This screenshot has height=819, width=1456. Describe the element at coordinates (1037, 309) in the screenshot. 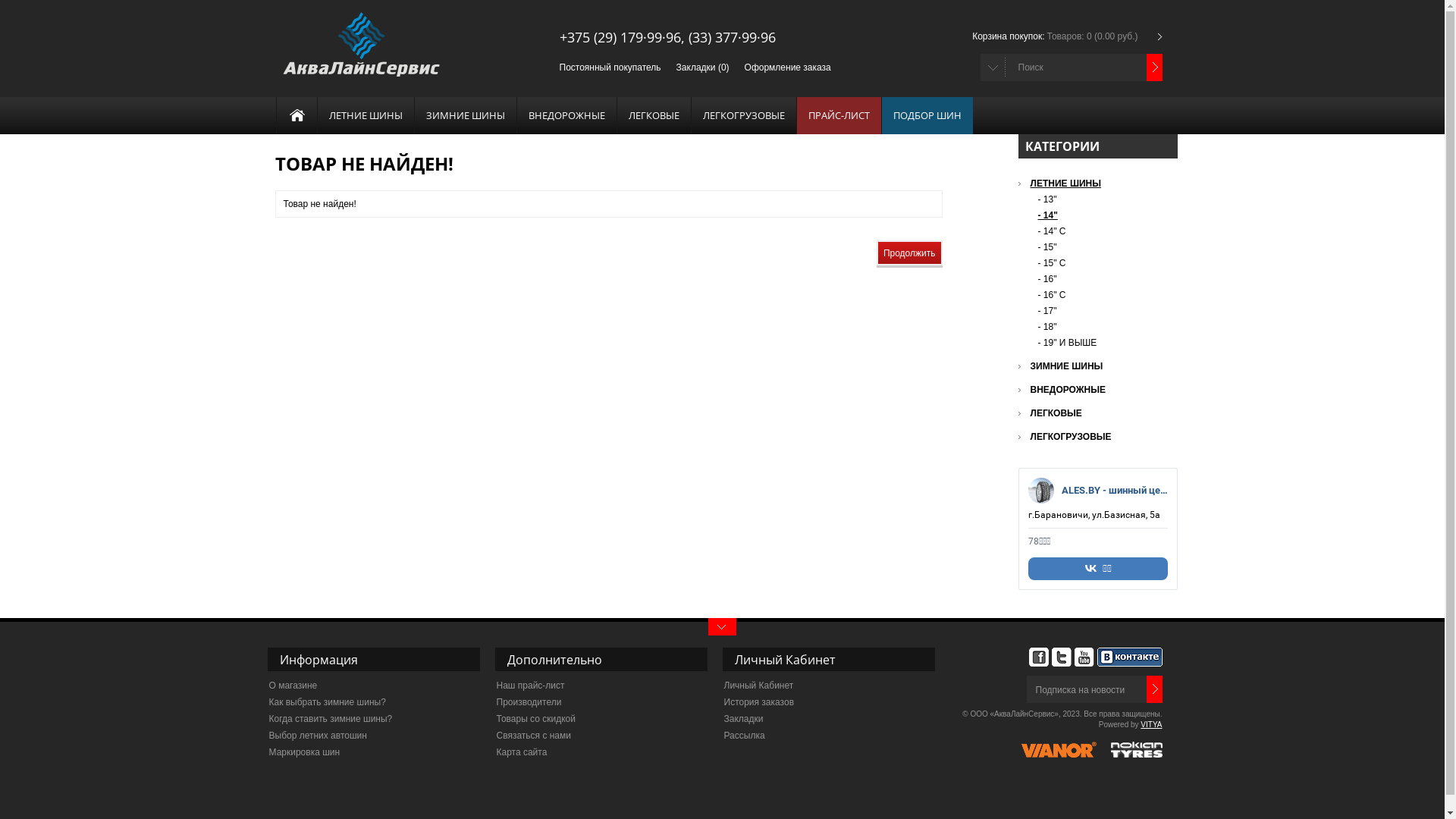

I see `'- 17"'` at that location.